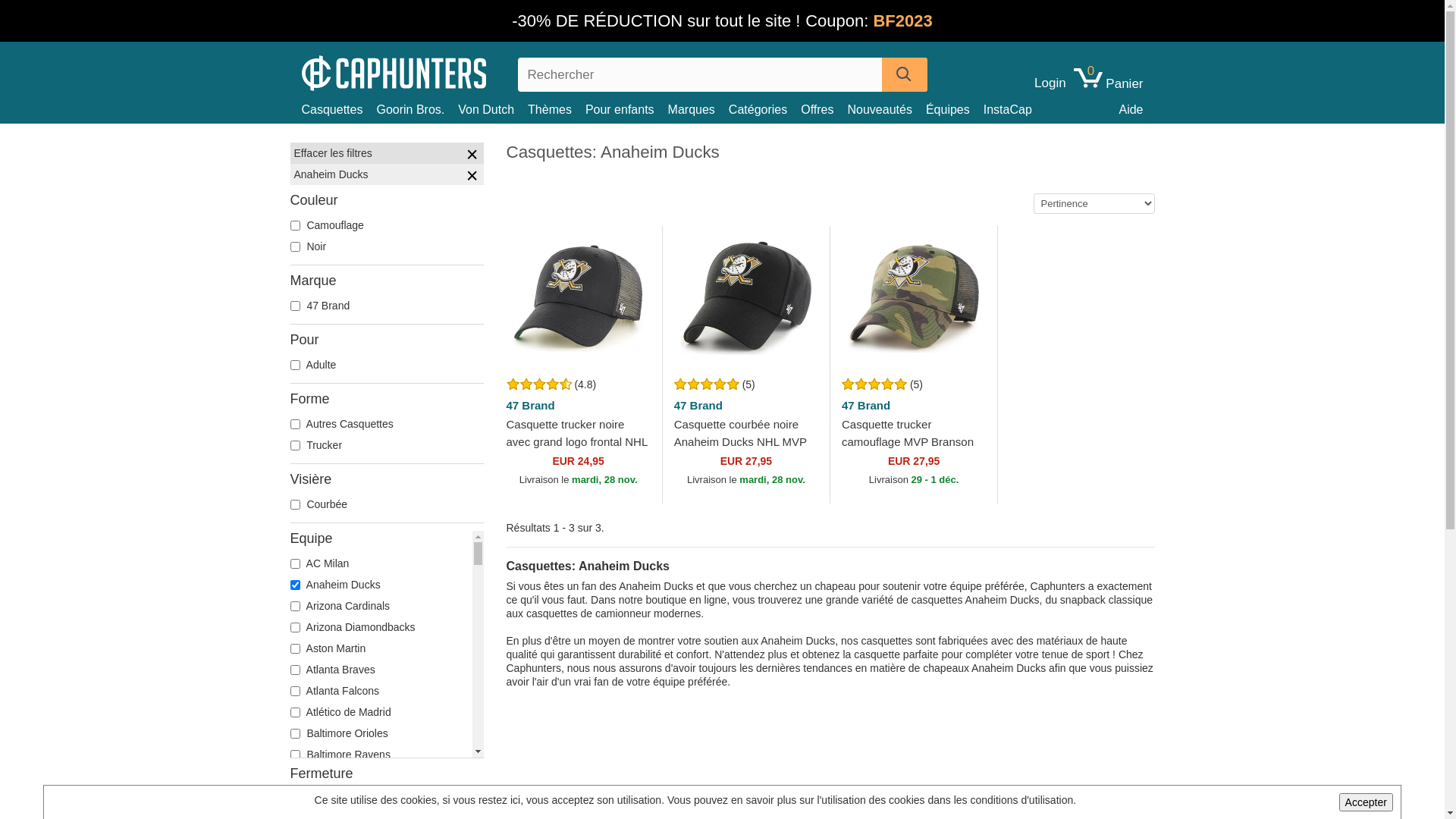 The image size is (1456, 819). I want to click on 'Search', so click(903, 74).